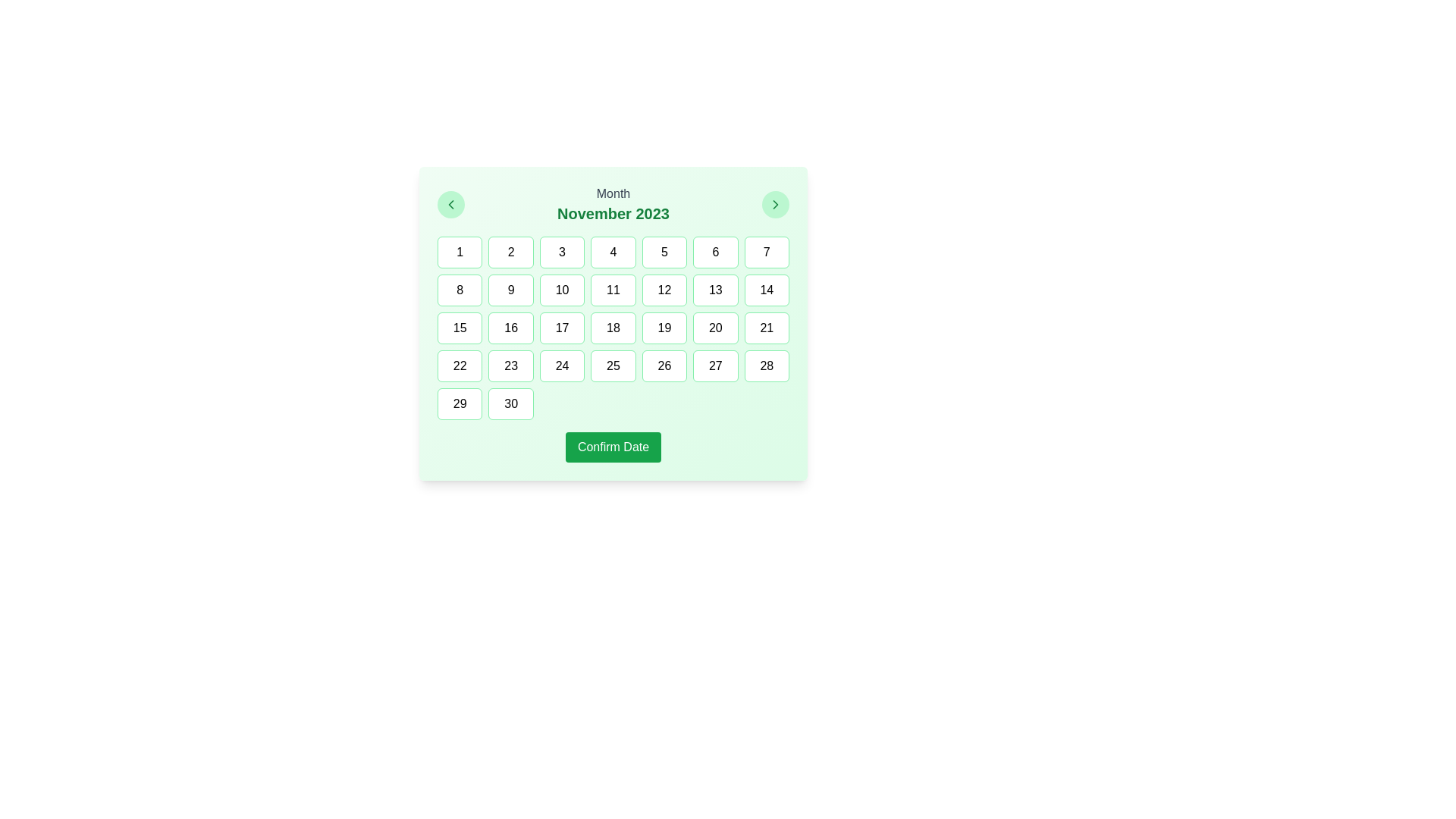 The width and height of the screenshot is (1456, 819). Describe the element at coordinates (664, 327) in the screenshot. I see `the white rectangular button with rounded corners and a green border displaying the number '19'` at that location.